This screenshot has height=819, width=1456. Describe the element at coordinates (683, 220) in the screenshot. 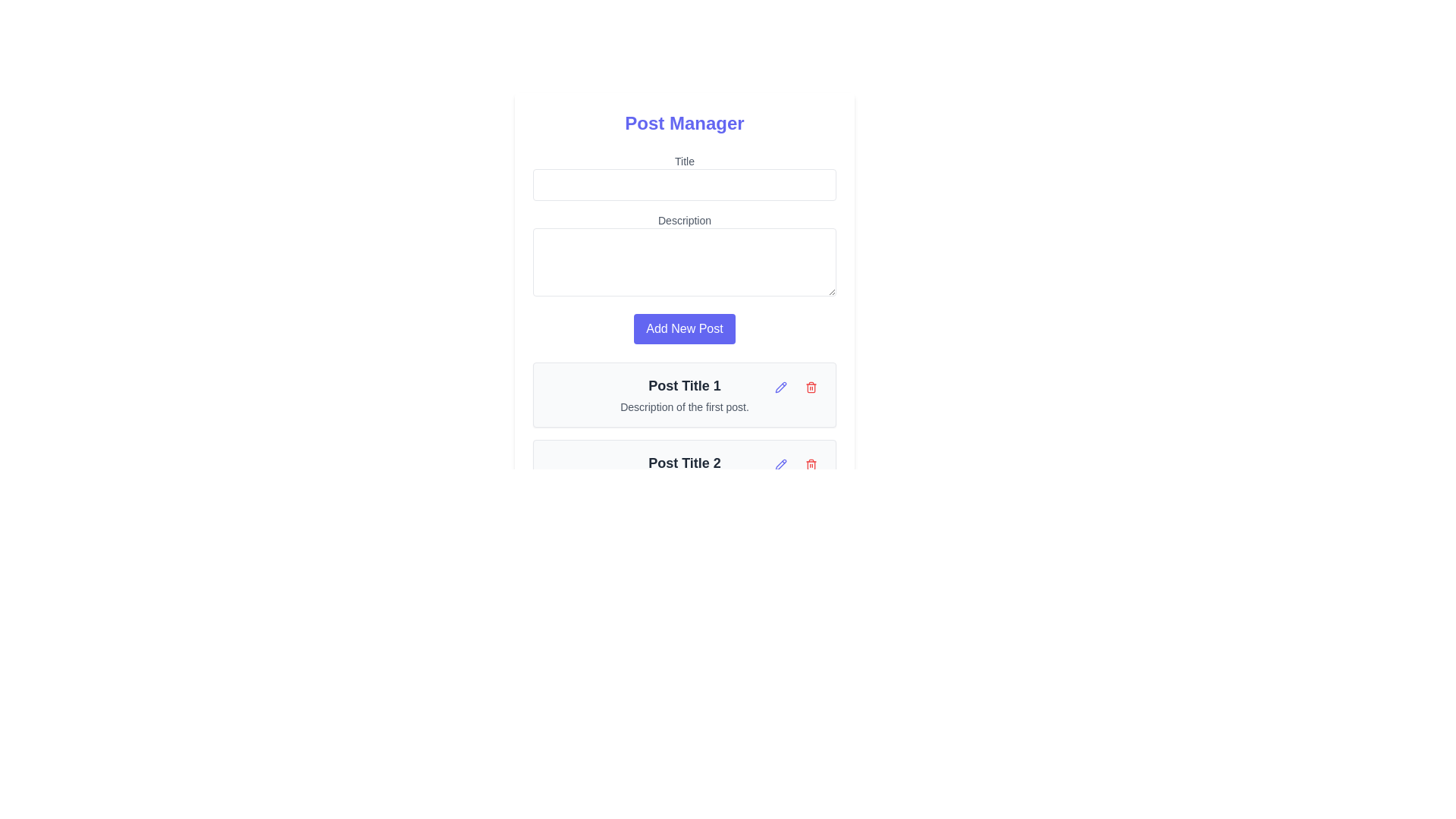

I see `the text label displaying the word 'Description', which is styled with a smaller font size and gray color, indicating its role as a secondary or caption-like element above a textarea input field` at that location.